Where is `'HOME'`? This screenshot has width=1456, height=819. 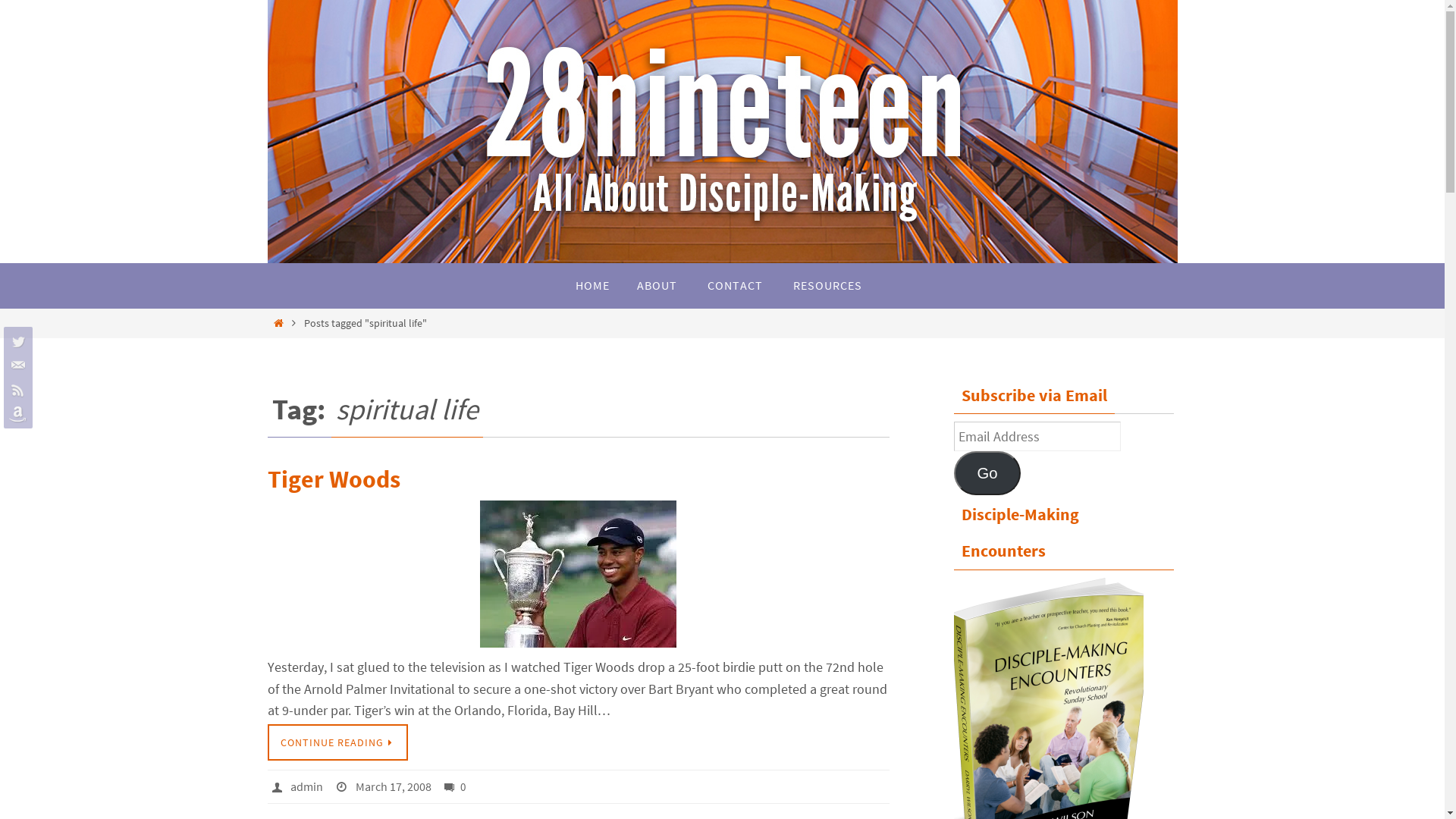
'HOME' is located at coordinates (591, 286).